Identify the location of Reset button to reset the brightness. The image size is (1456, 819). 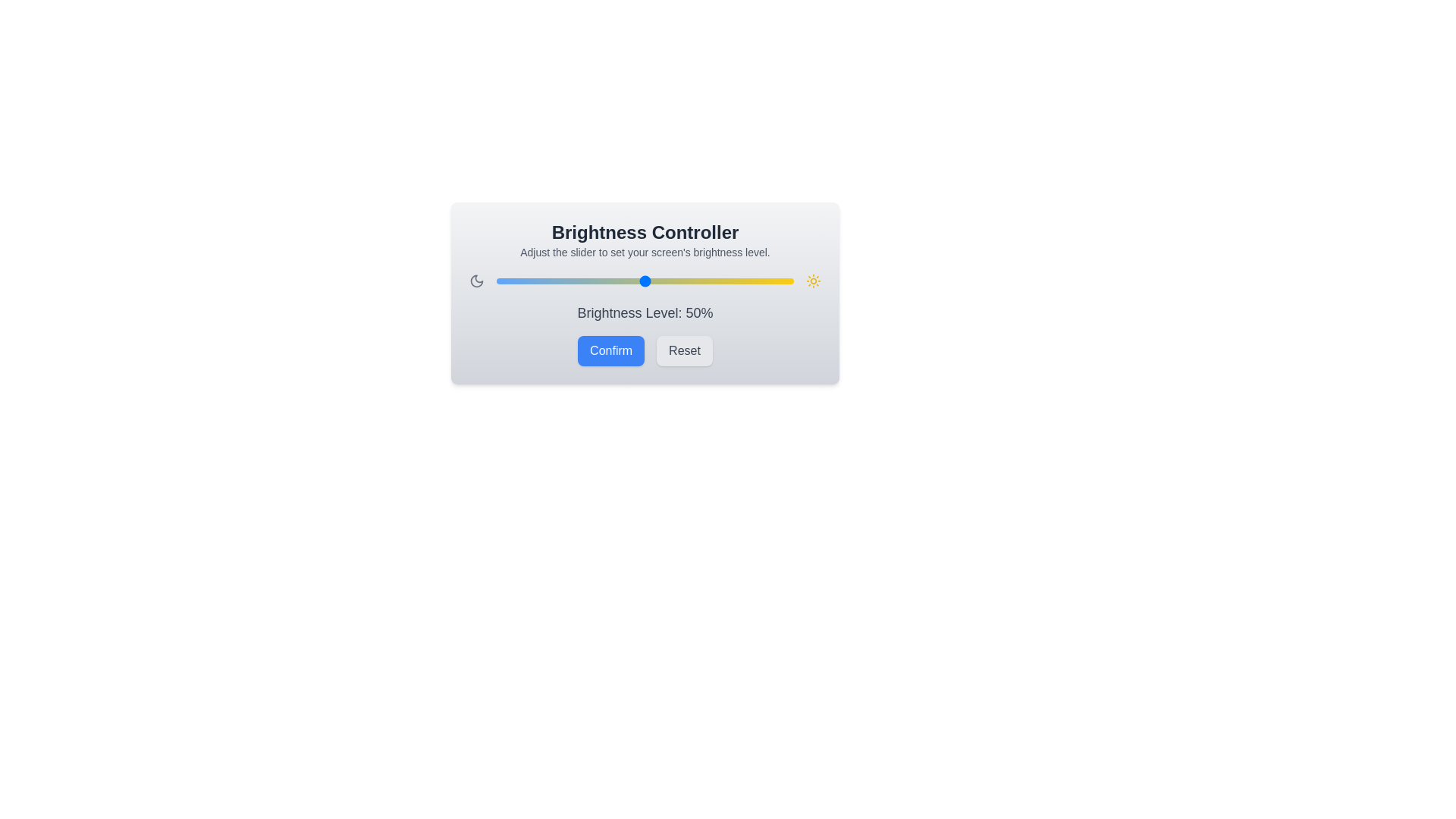
(683, 350).